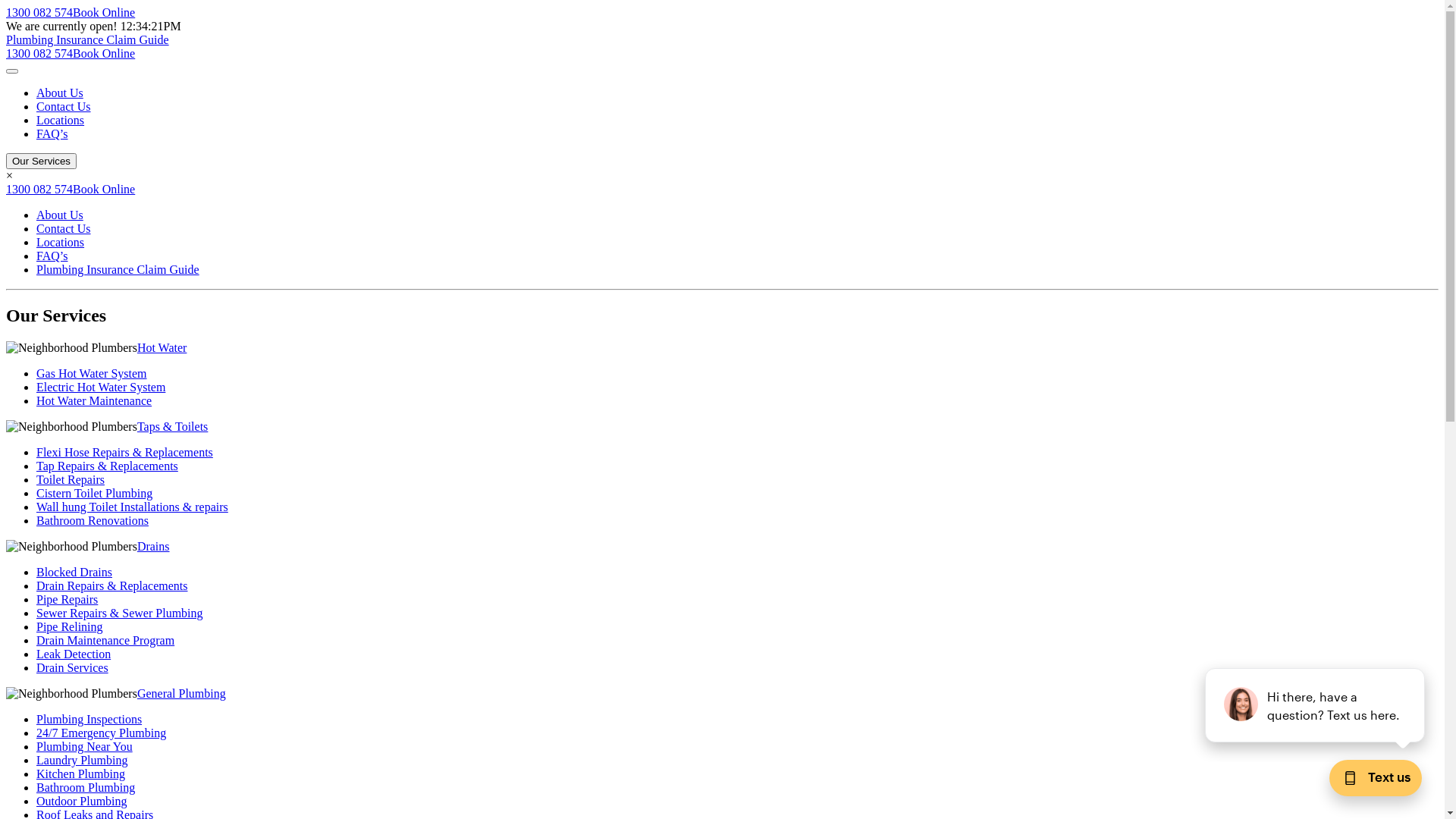  I want to click on 'Flexi Hose Repairs & Replacements', so click(36, 451).